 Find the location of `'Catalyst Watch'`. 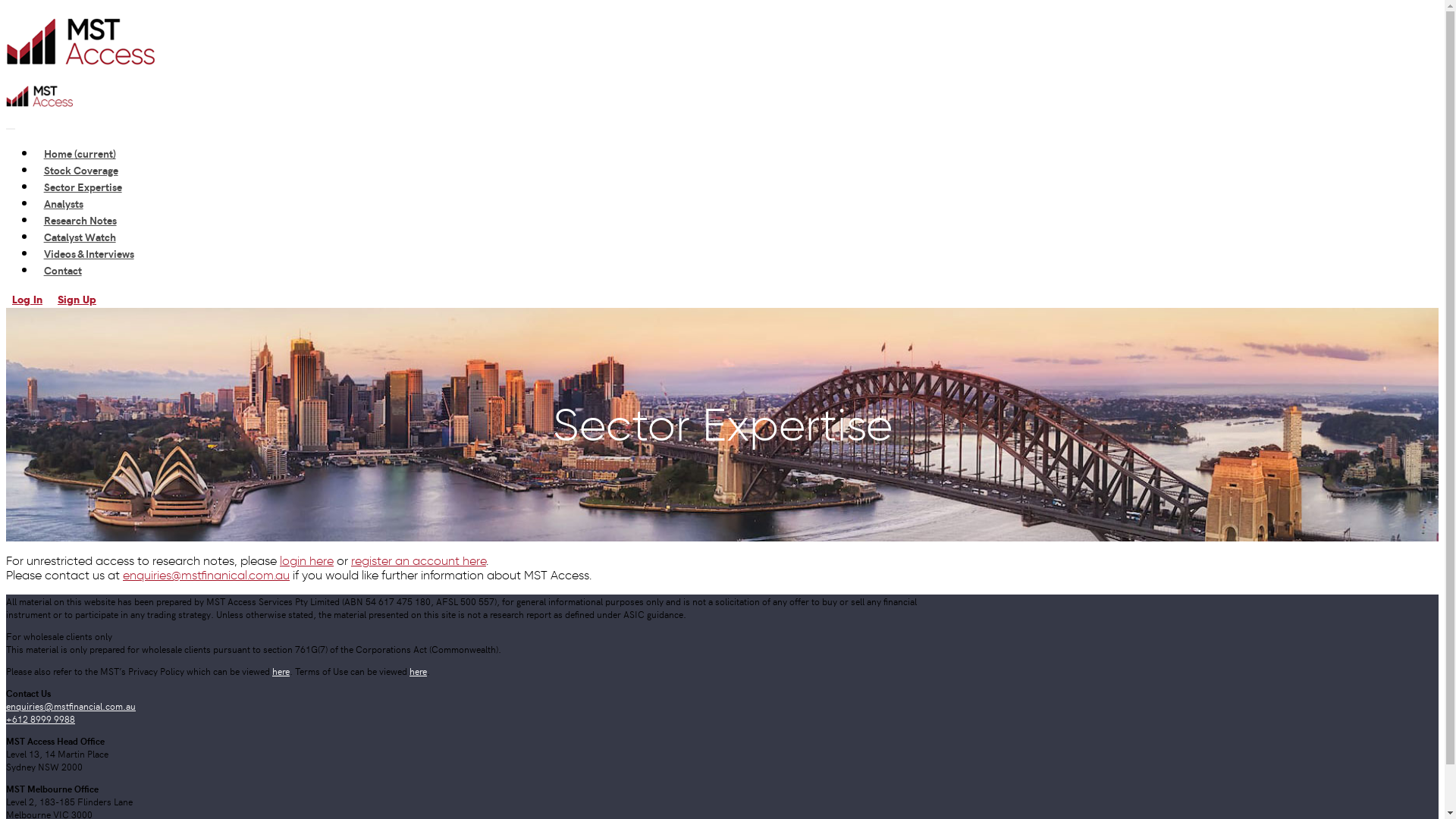

'Catalyst Watch' is located at coordinates (79, 237).